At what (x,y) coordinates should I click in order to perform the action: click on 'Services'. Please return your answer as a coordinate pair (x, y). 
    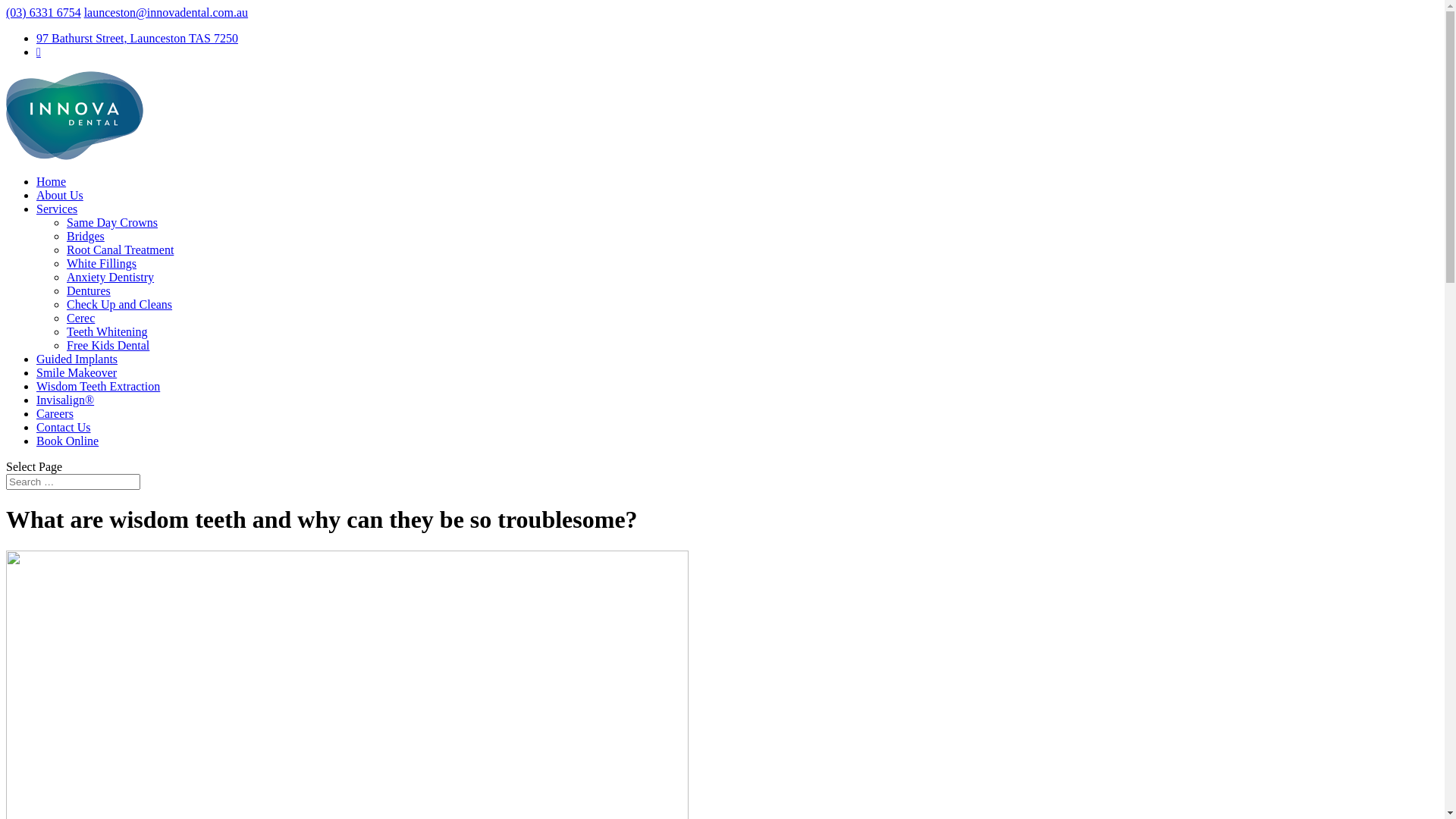
    Looking at the image, I should click on (57, 209).